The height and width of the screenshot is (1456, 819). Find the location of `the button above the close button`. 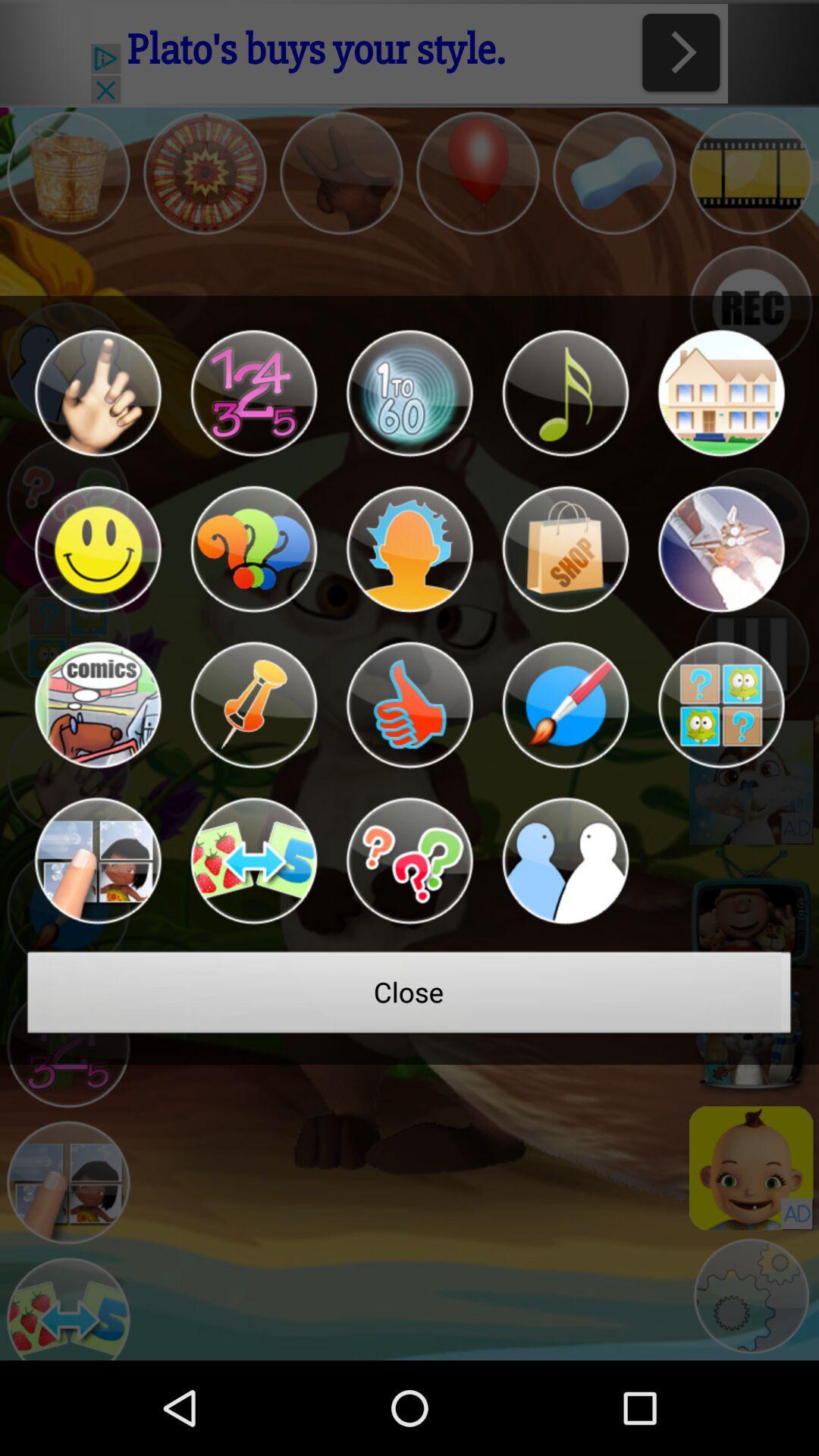

the button above the close button is located at coordinates (409, 861).